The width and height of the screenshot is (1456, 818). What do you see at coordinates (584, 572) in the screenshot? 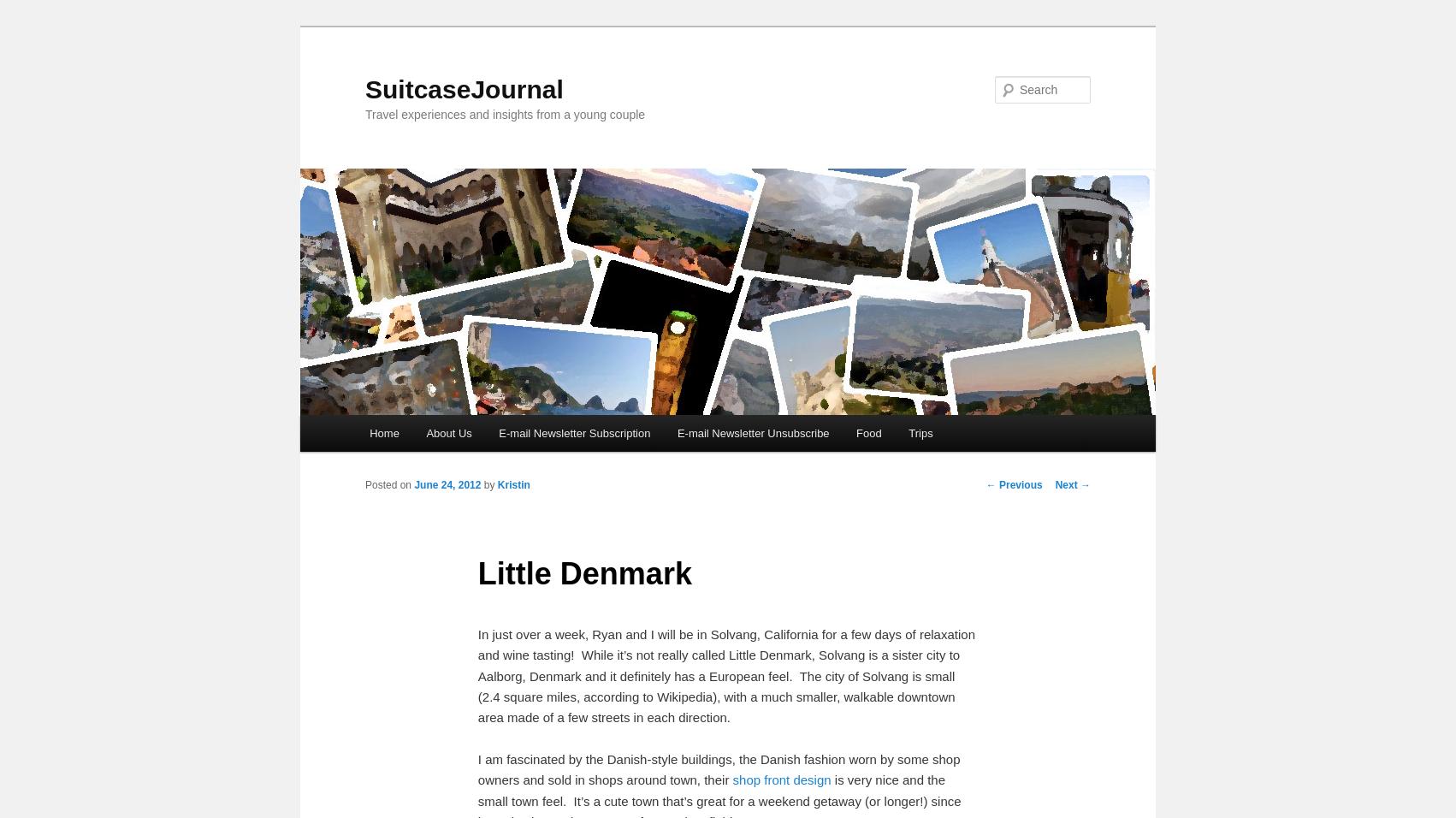
I see `'Little Denmark'` at bounding box center [584, 572].